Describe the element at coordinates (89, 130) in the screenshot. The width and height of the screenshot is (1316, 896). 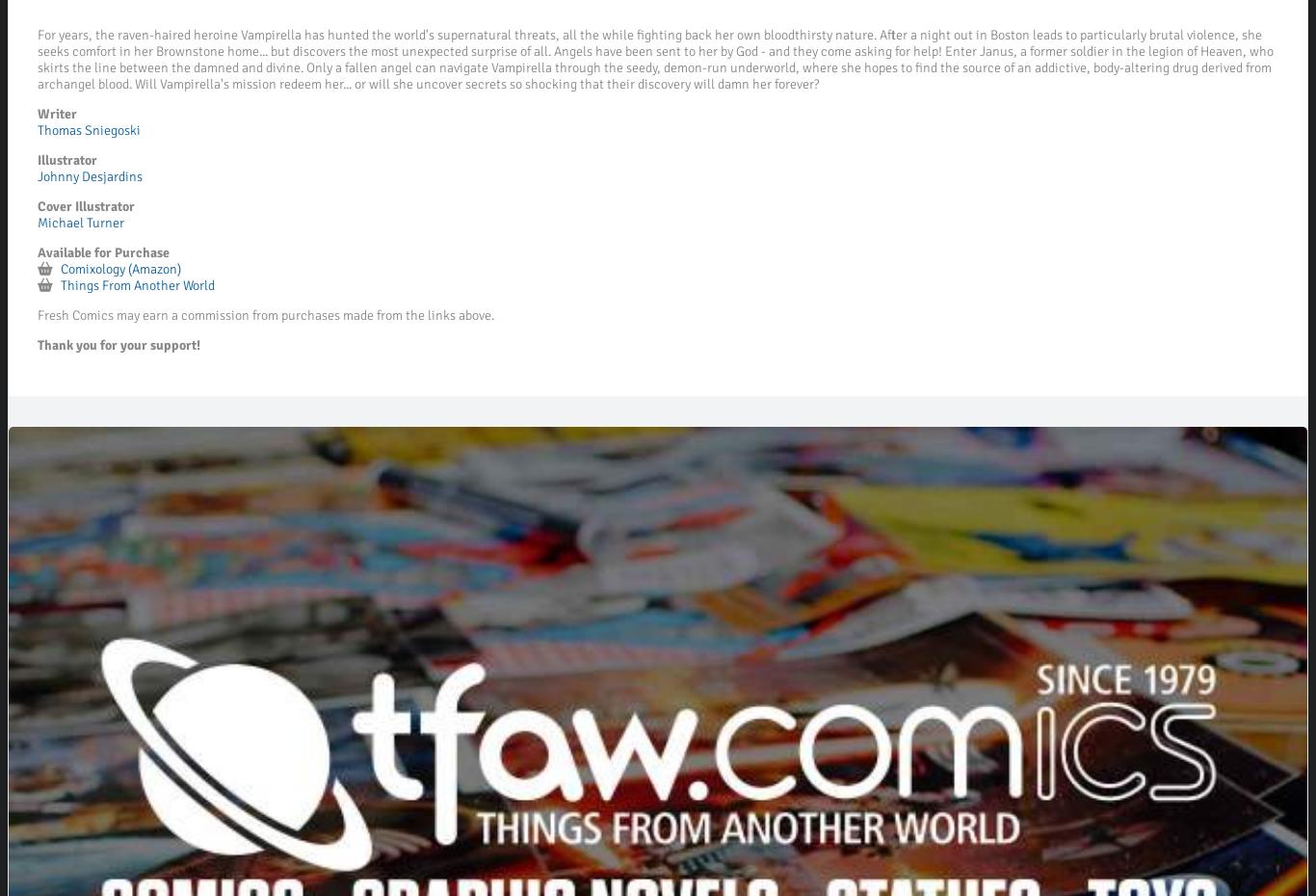
I see `'Thomas Sniegoski'` at that location.